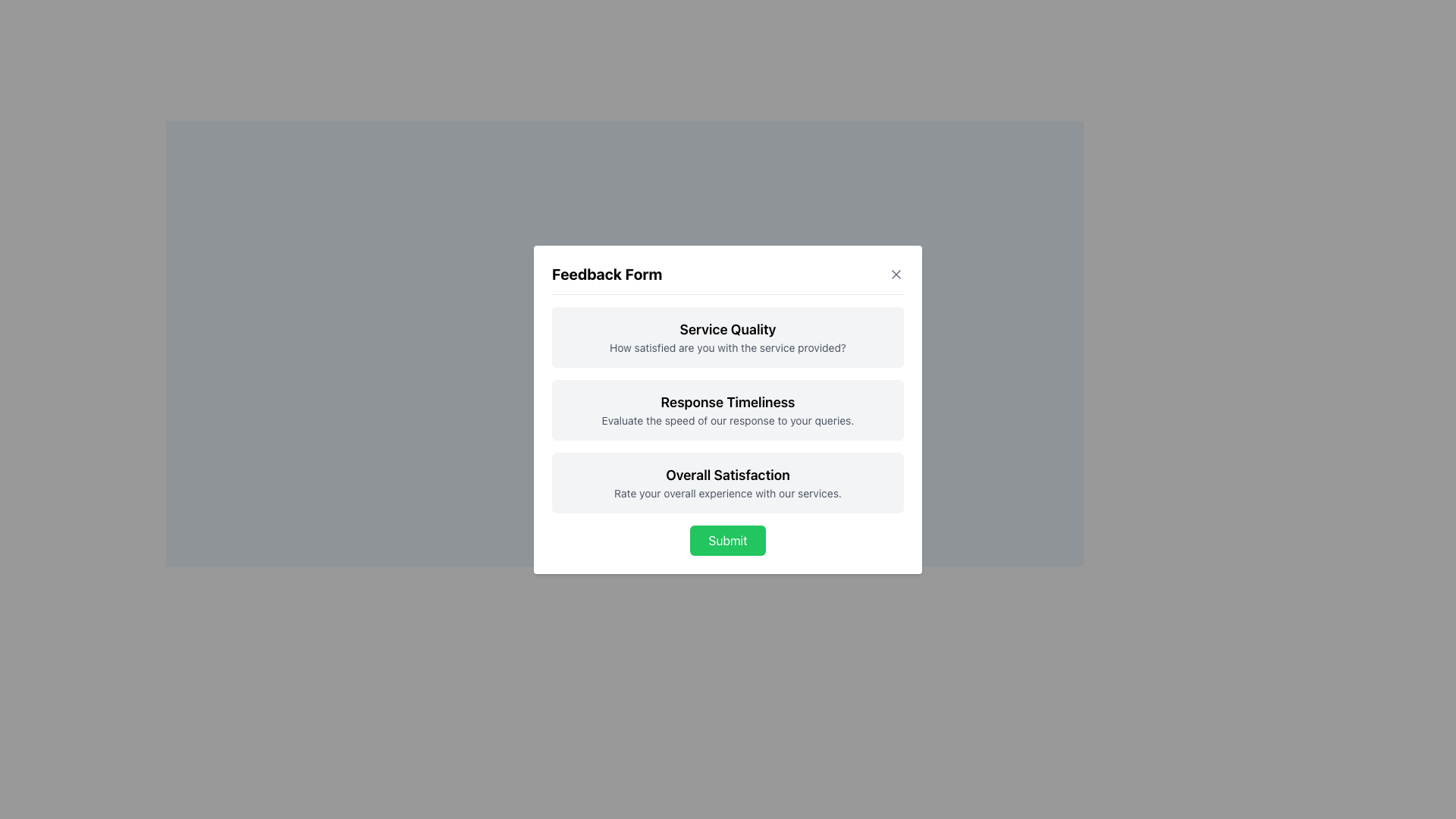  Describe the element at coordinates (728, 539) in the screenshot. I see `the green rectangular 'Submit' button with rounded corners located at the bottom of the form` at that location.